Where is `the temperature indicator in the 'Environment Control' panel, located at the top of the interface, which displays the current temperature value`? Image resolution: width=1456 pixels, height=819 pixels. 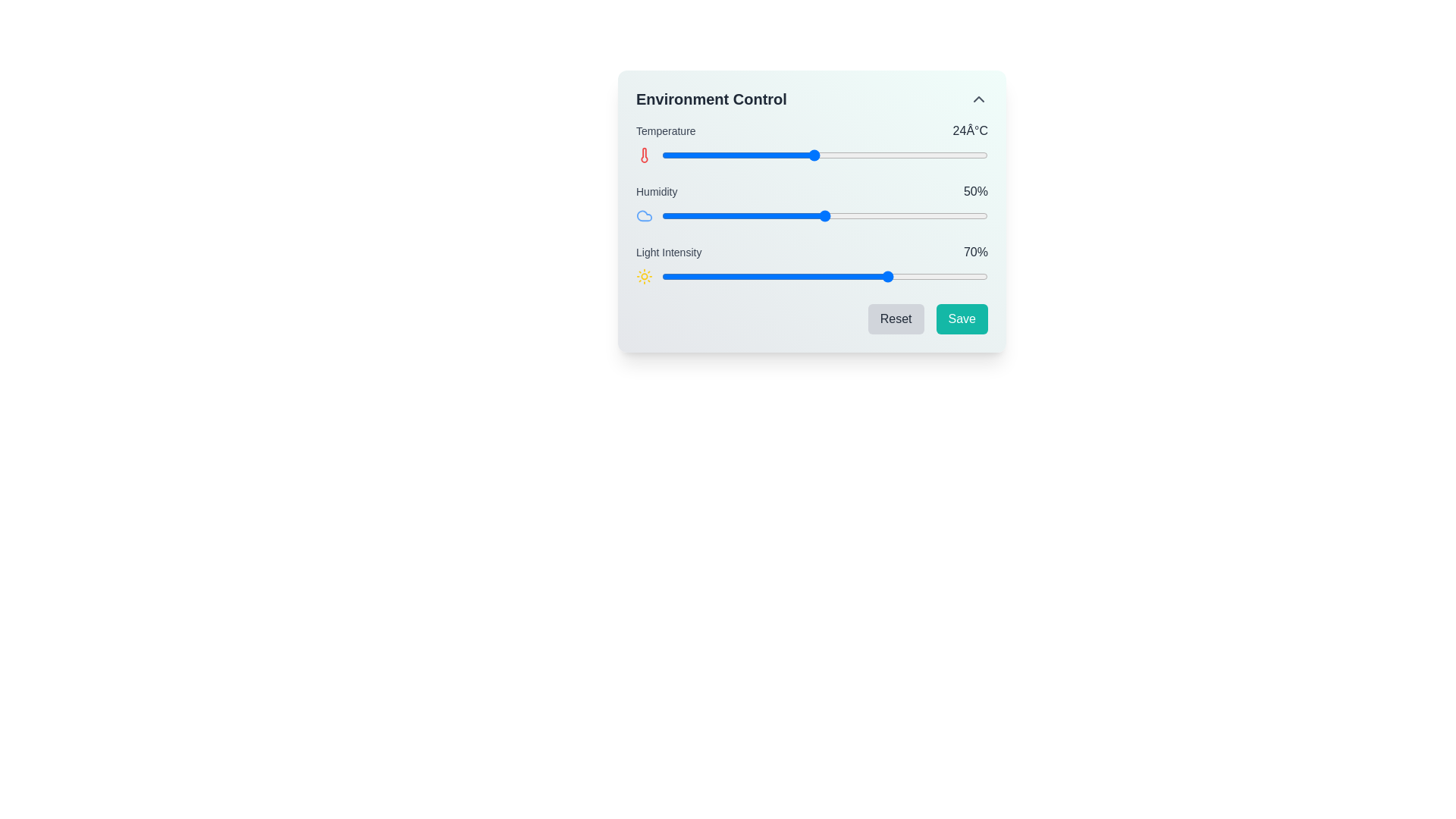
the temperature indicator in the 'Environment Control' panel, located at the top of the interface, which displays the current temperature value is located at coordinates (811, 130).